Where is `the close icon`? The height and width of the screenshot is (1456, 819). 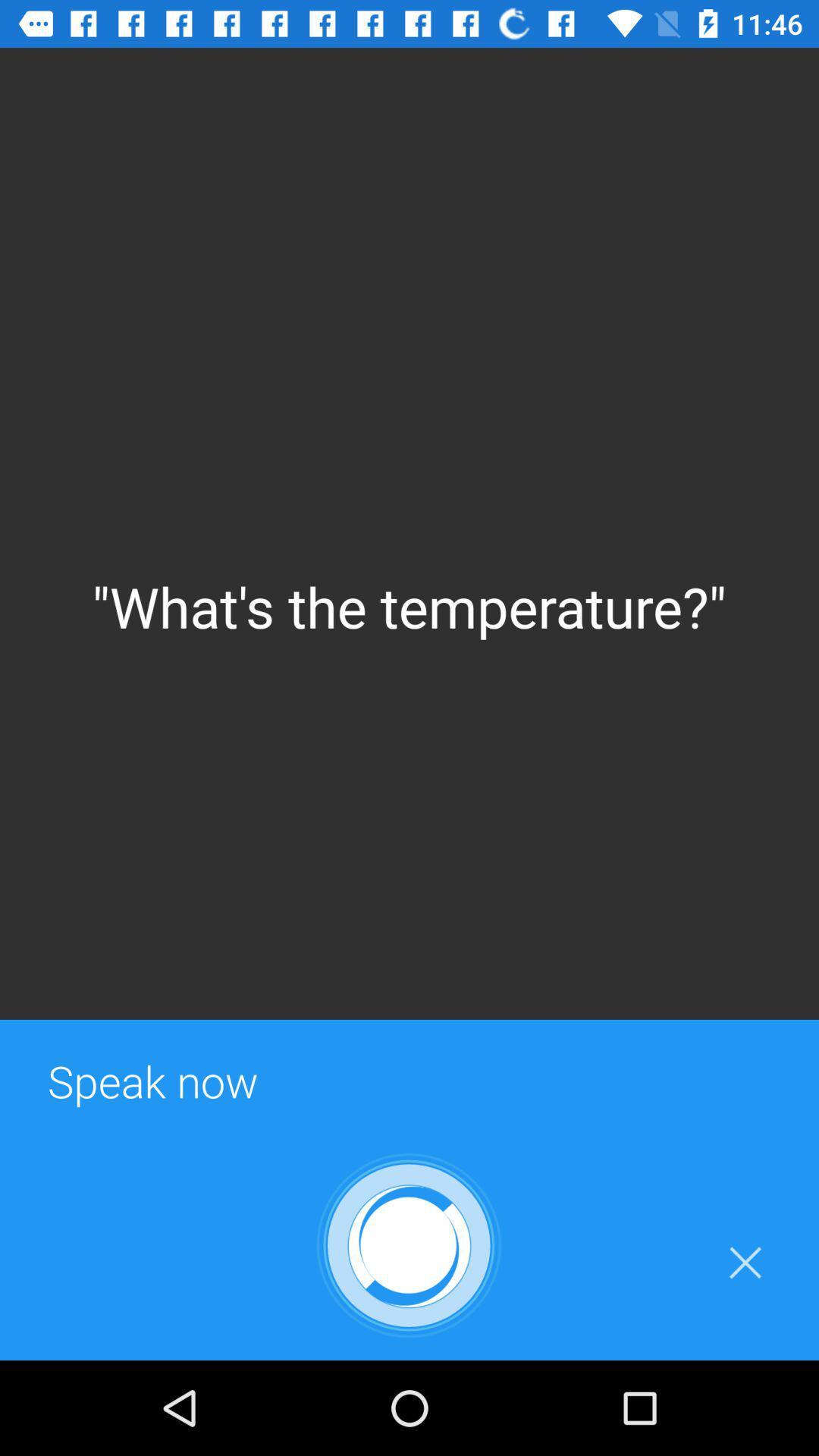 the close icon is located at coordinates (744, 1263).